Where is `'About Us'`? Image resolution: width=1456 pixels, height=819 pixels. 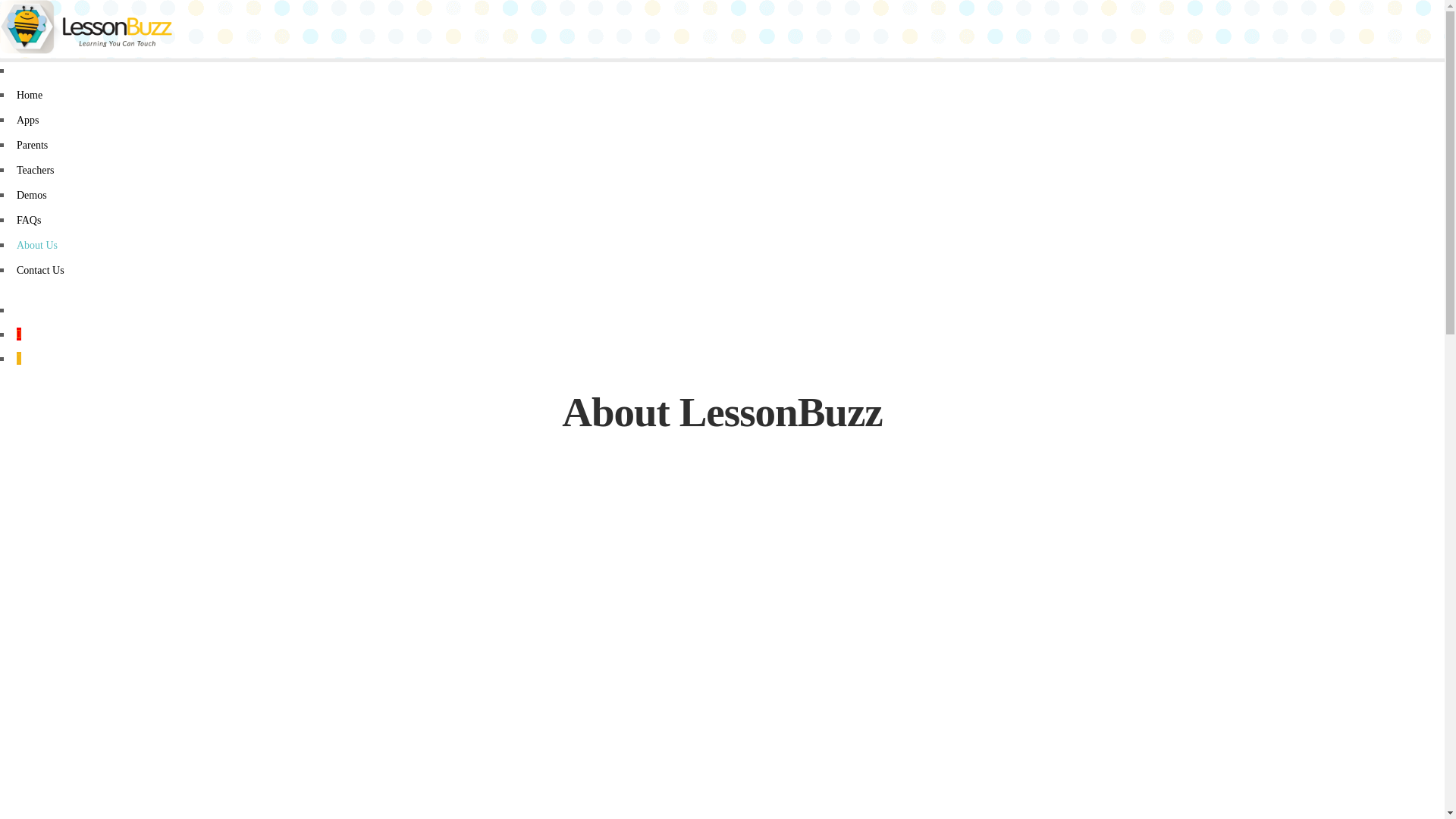 'About Us' is located at coordinates (17, 244).